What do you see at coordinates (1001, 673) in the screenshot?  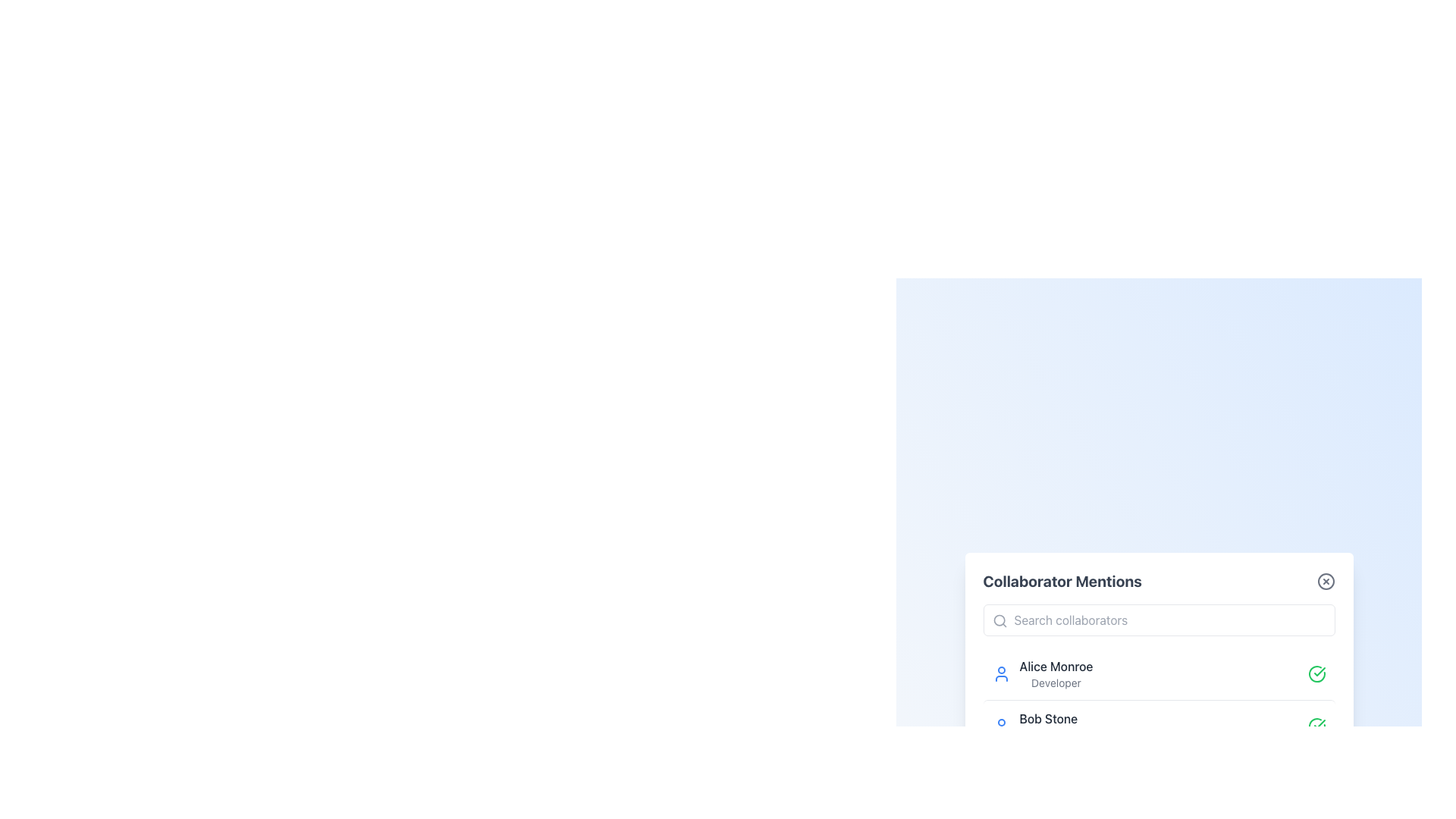 I see `the blue user silhouette icon located to the left of the text 'Alice Monroe Developer'` at bounding box center [1001, 673].